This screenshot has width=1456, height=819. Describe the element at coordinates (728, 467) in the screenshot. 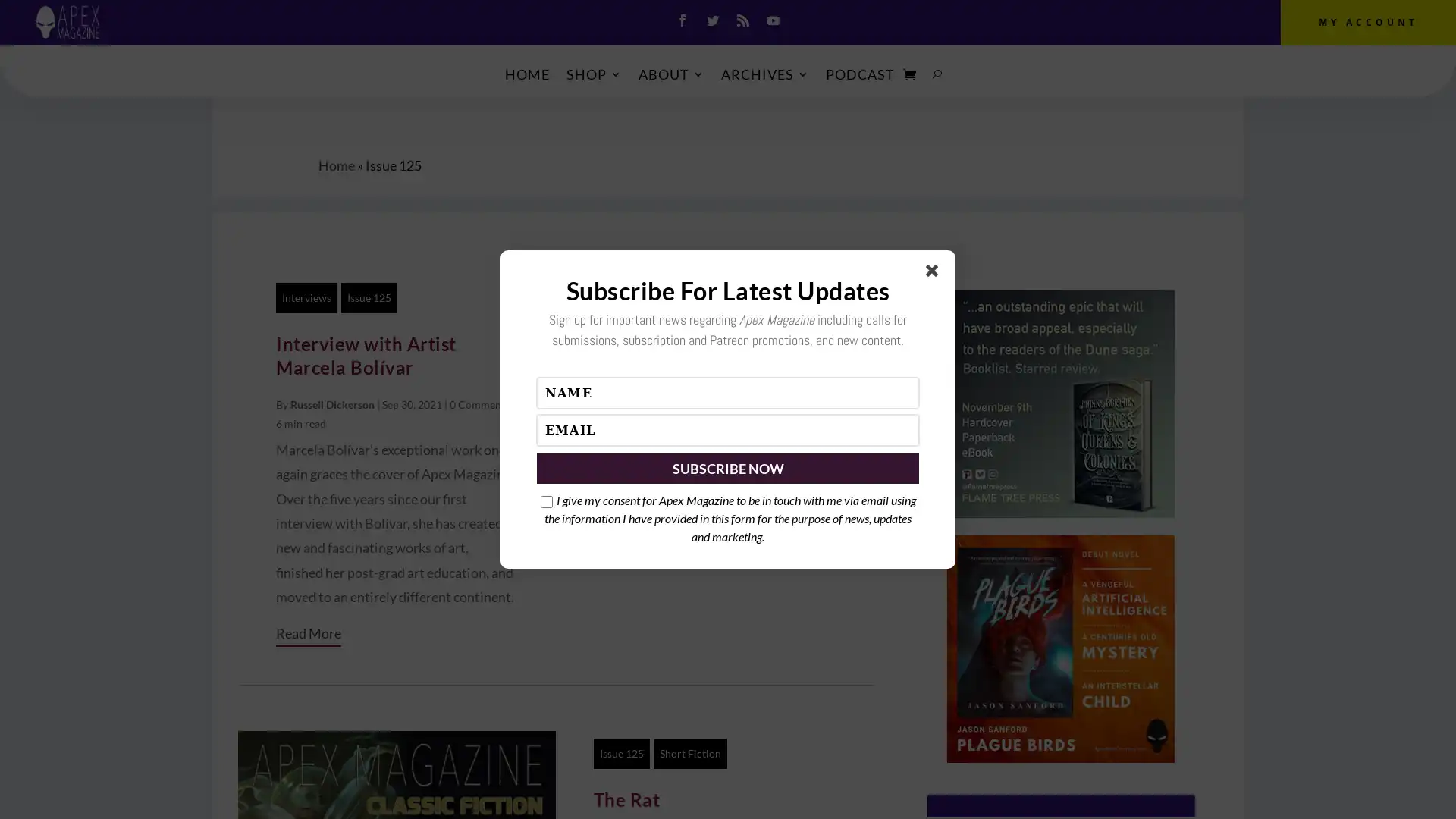

I see `Subscribe Now` at that location.